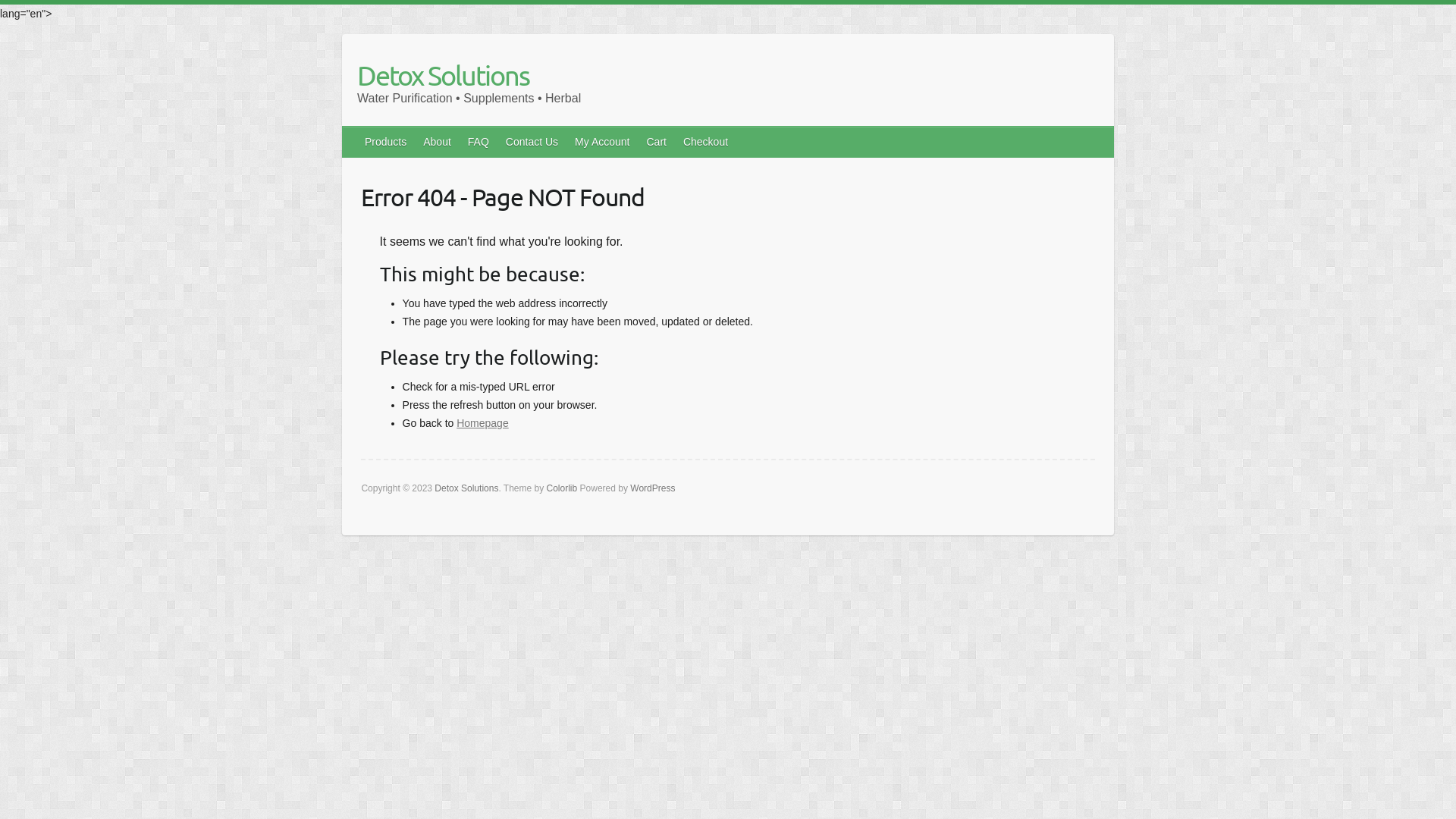  Describe the element at coordinates (437, 141) in the screenshot. I see `'About'` at that location.